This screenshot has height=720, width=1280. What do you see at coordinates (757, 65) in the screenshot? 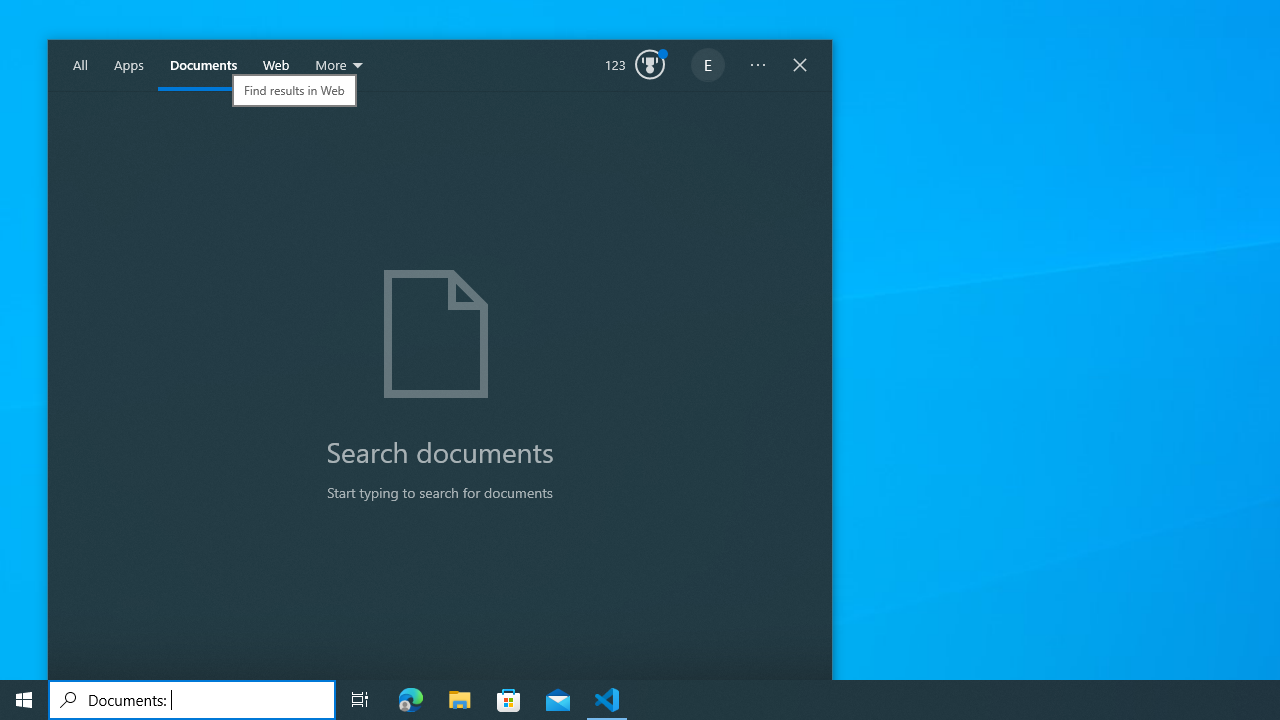
I see `'Options'` at bounding box center [757, 65].